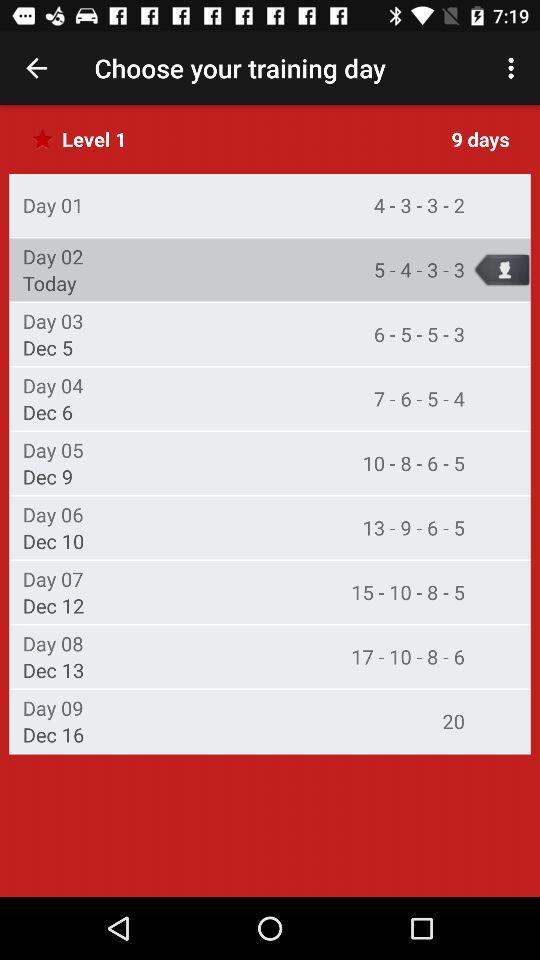 This screenshot has width=540, height=960. I want to click on icon next to 5 4 3, so click(49, 282).